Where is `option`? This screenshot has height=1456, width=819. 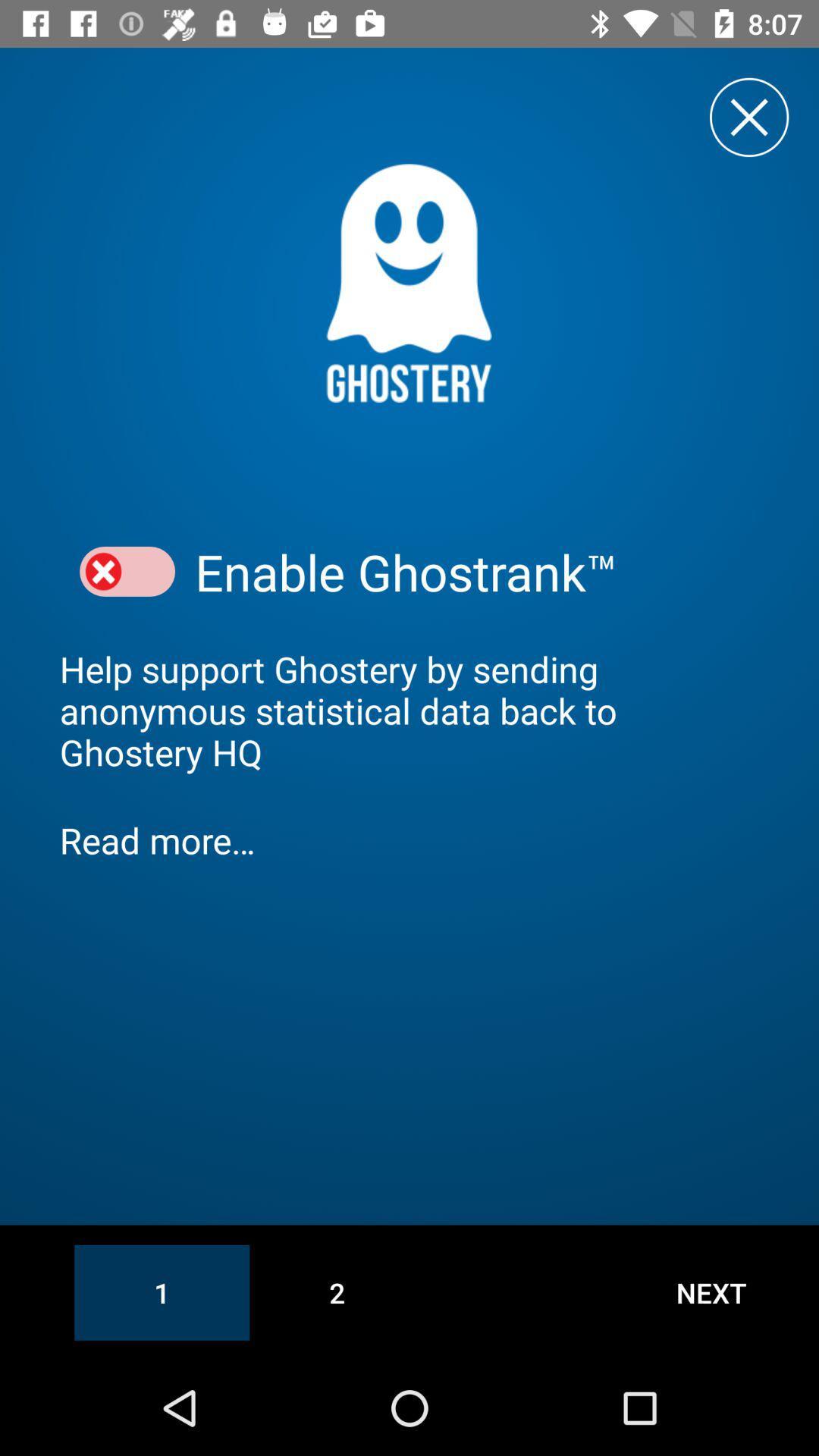
option is located at coordinates (127, 571).